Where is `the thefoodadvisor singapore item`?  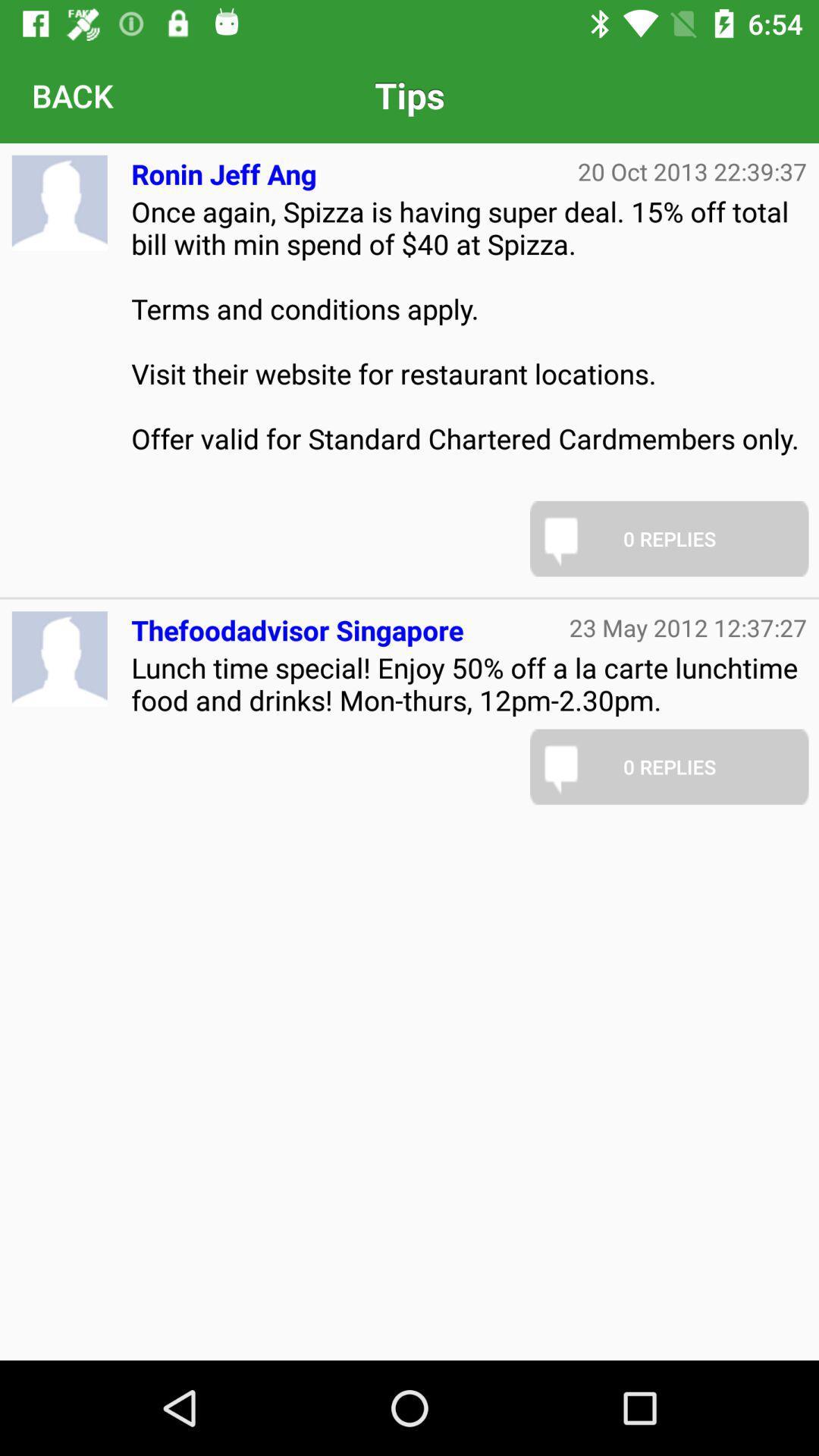 the thefoodadvisor singapore item is located at coordinates (297, 624).